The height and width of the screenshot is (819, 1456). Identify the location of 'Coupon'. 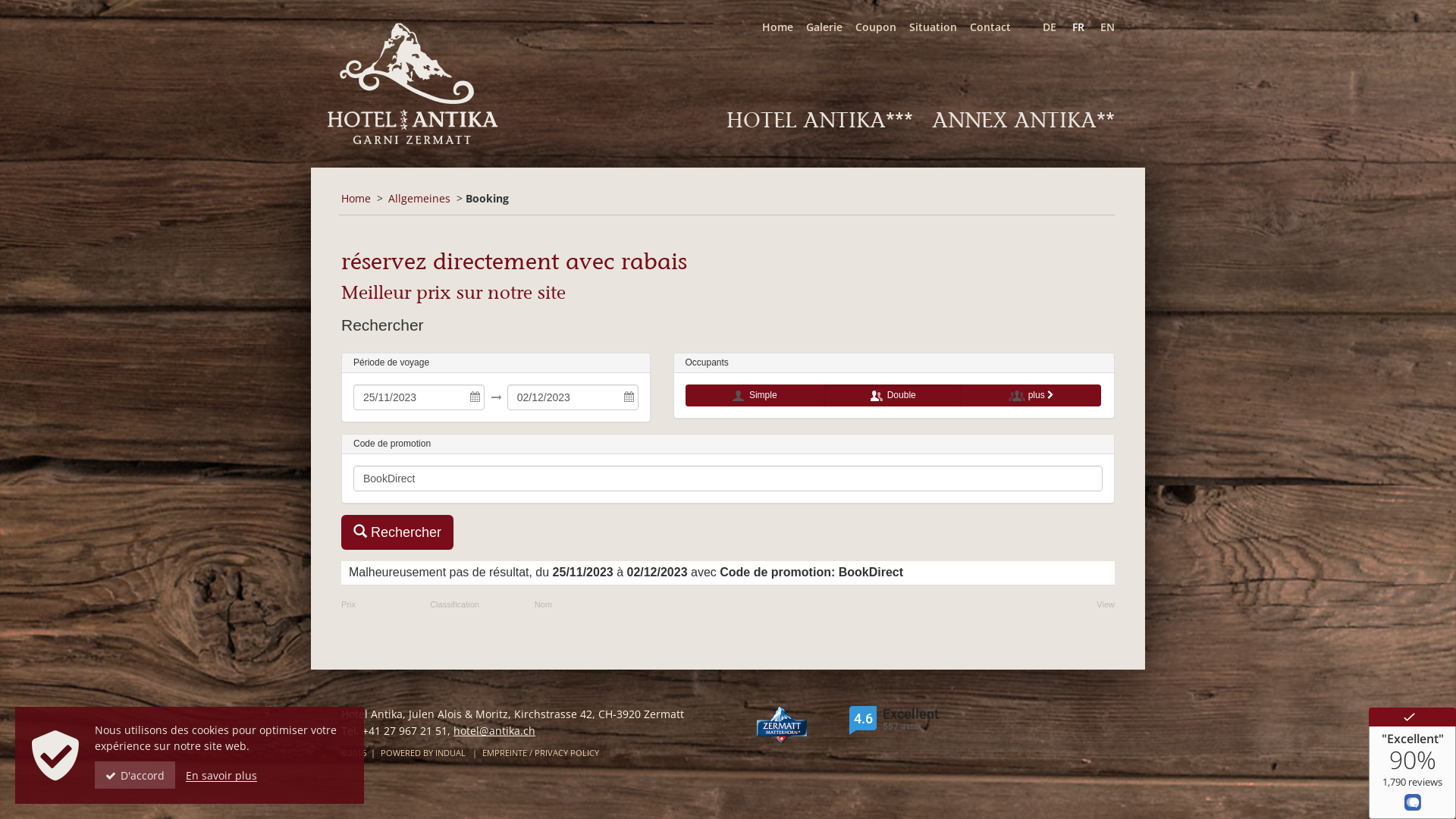
(869, 27).